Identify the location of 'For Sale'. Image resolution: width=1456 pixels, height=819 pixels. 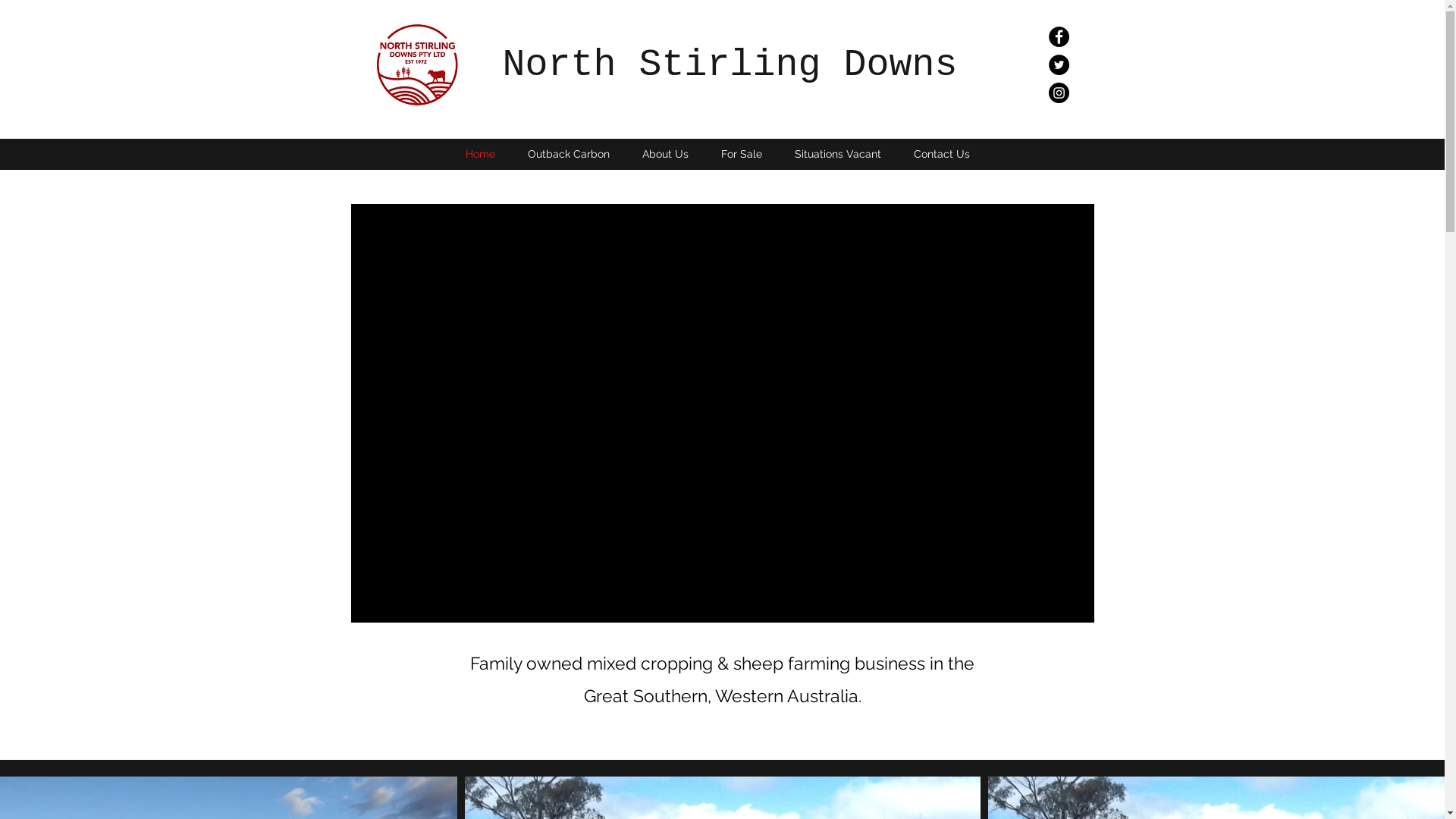
(704, 154).